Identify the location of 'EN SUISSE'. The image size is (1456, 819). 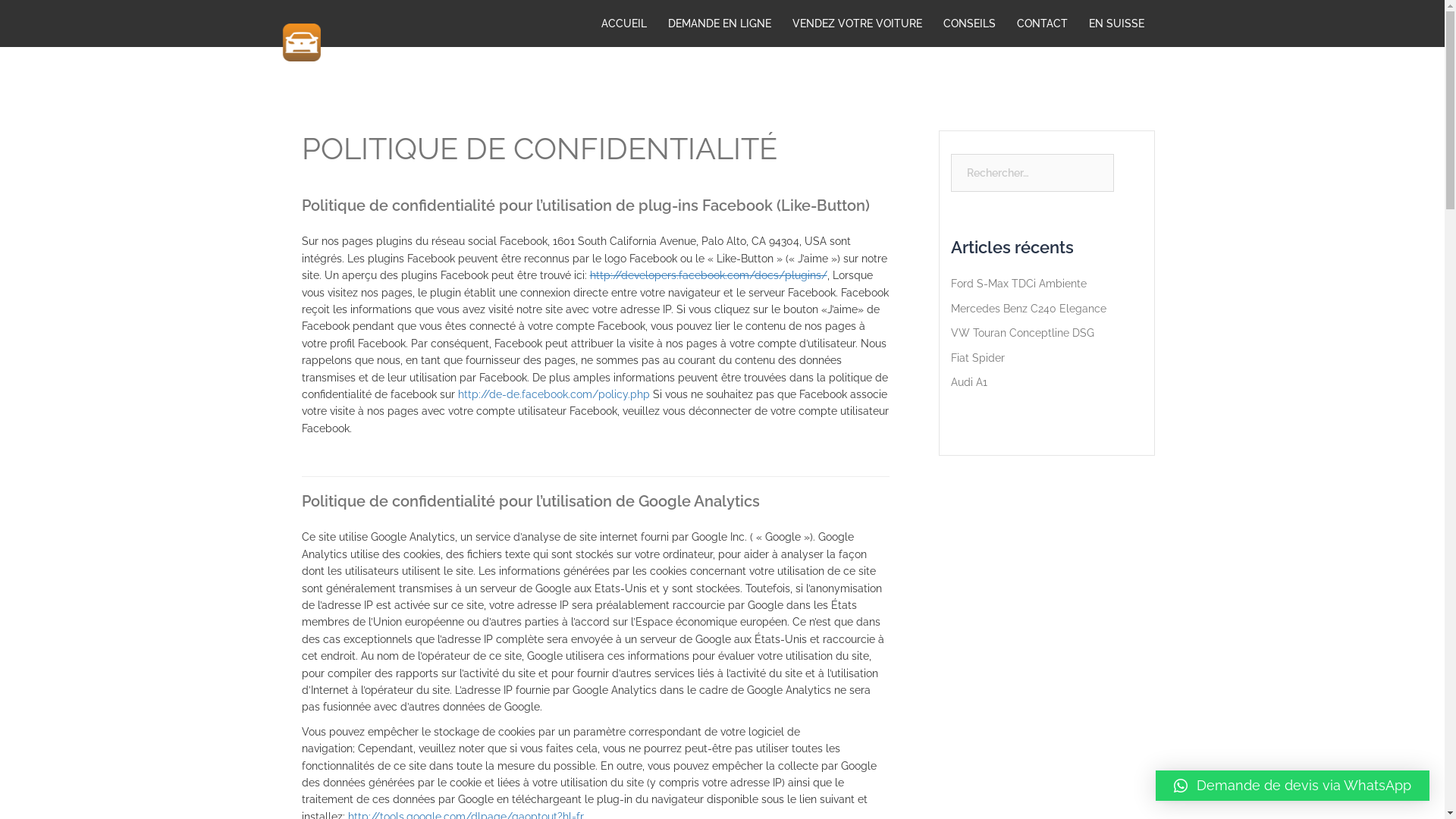
(1087, 23).